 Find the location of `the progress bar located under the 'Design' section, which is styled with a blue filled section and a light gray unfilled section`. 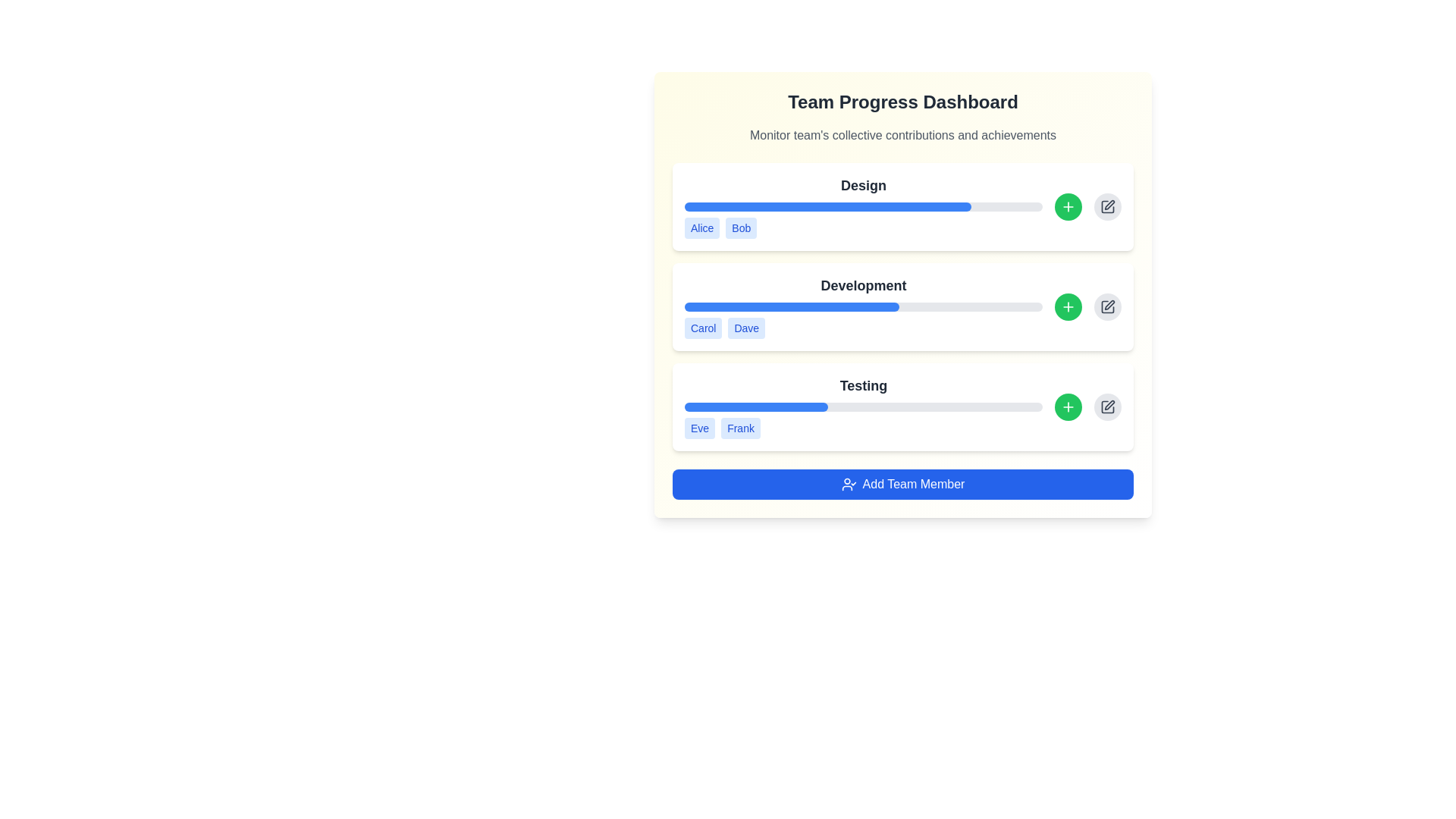

the progress bar located under the 'Design' section, which is styled with a blue filled section and a light gray unfilled section is located at coordinates (863, 207).